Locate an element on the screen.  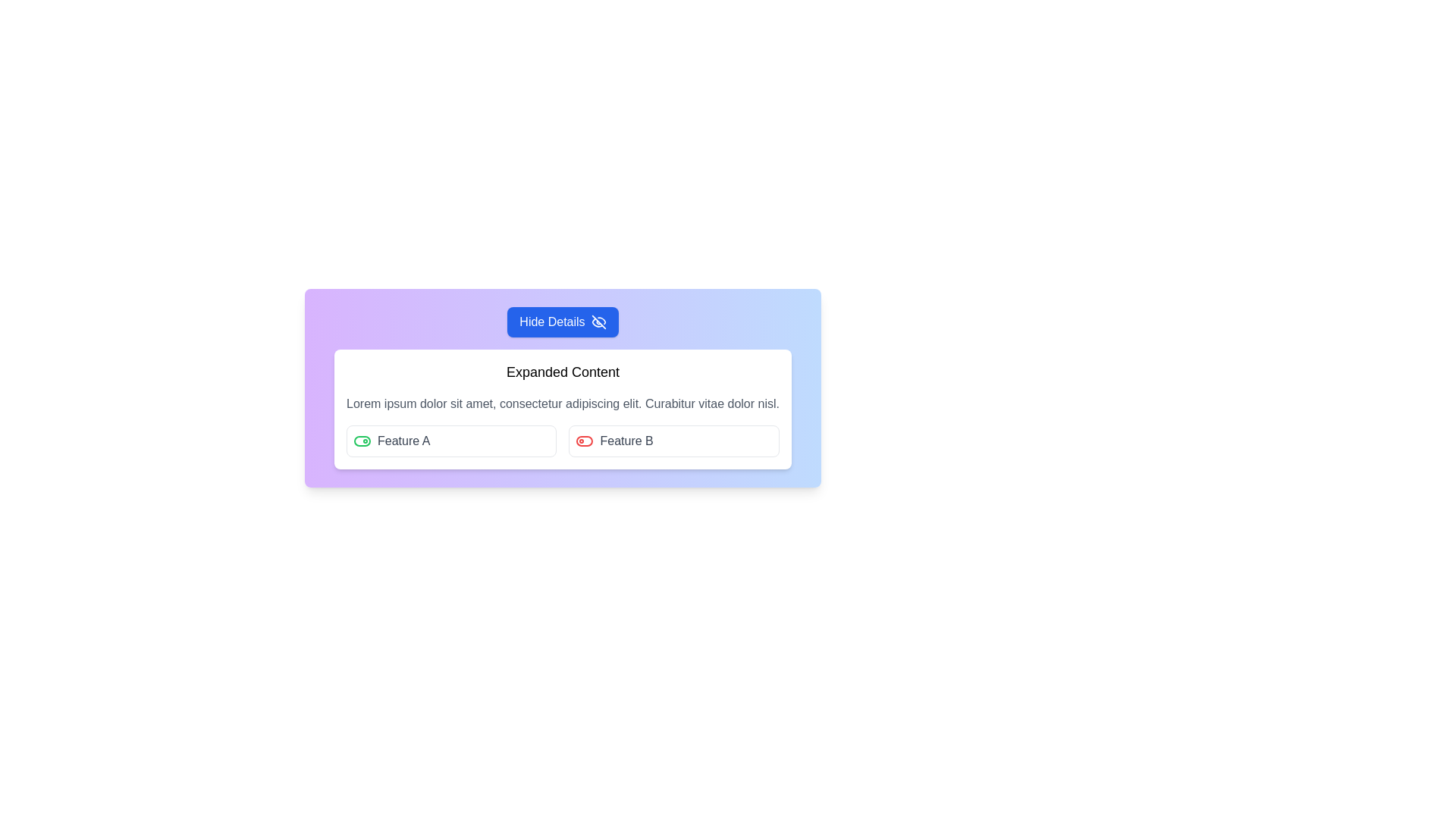
the Toggle background component of the switch located in the lower section of the main interface, which visually indicates the toggle's active or inactive state is located at coordinates (362, 441).